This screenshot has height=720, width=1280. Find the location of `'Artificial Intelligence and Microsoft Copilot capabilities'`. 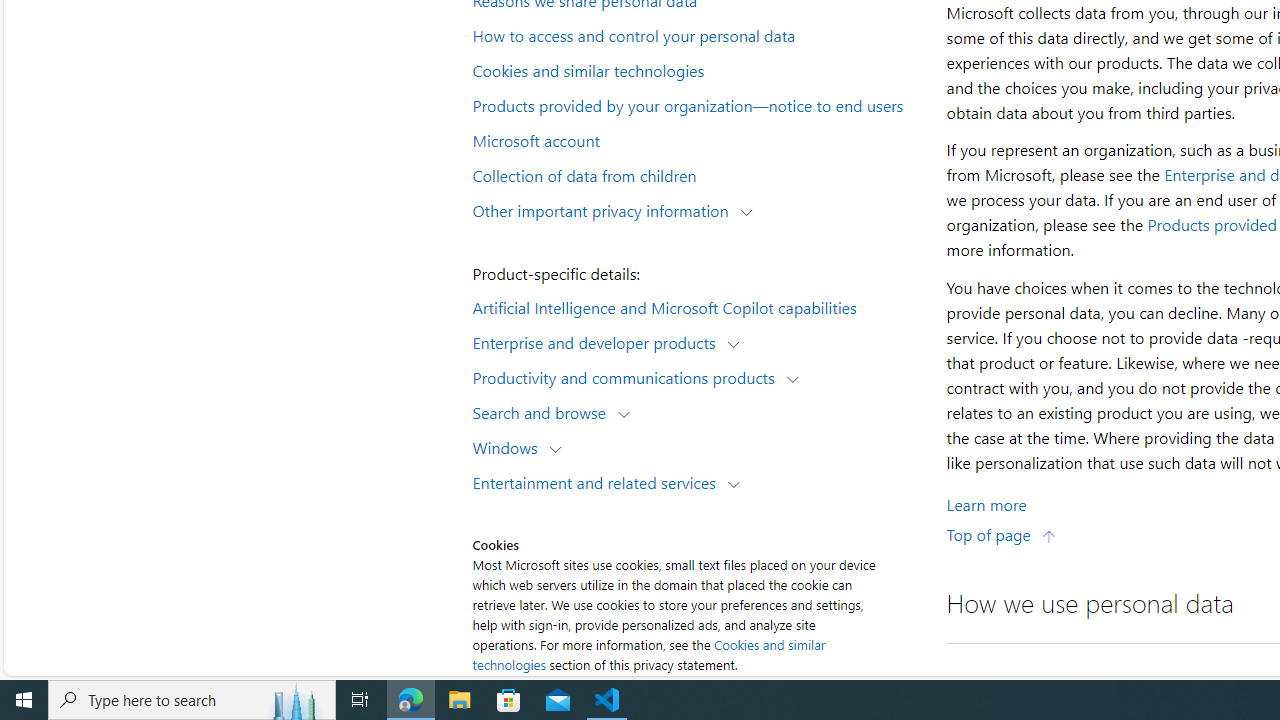

'Artificial Intelligence and Microsoft Copilot capabilities' is located at coordinates (696, 306).